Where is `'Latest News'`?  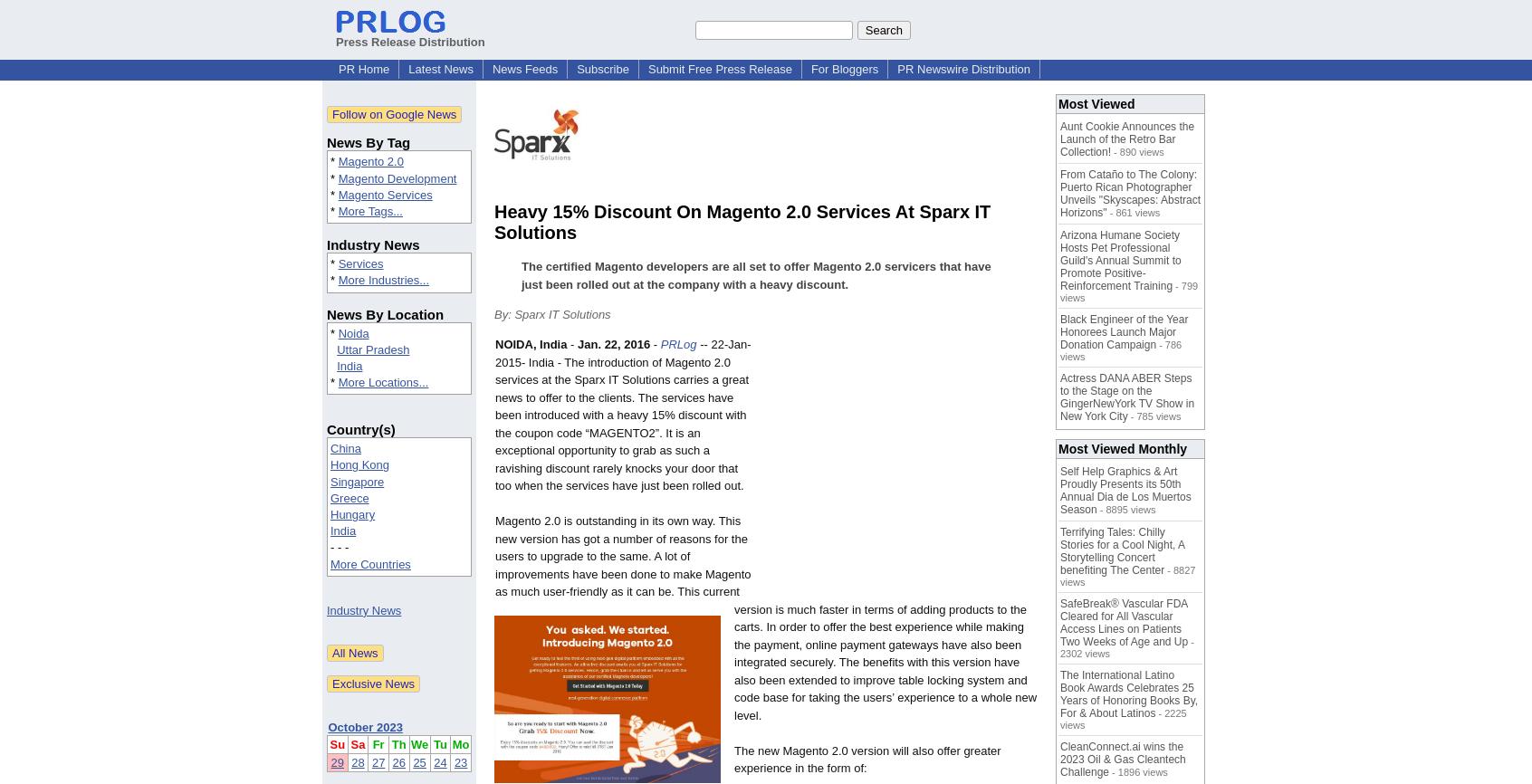
'Latest News' is located at coordinates (439, 69).